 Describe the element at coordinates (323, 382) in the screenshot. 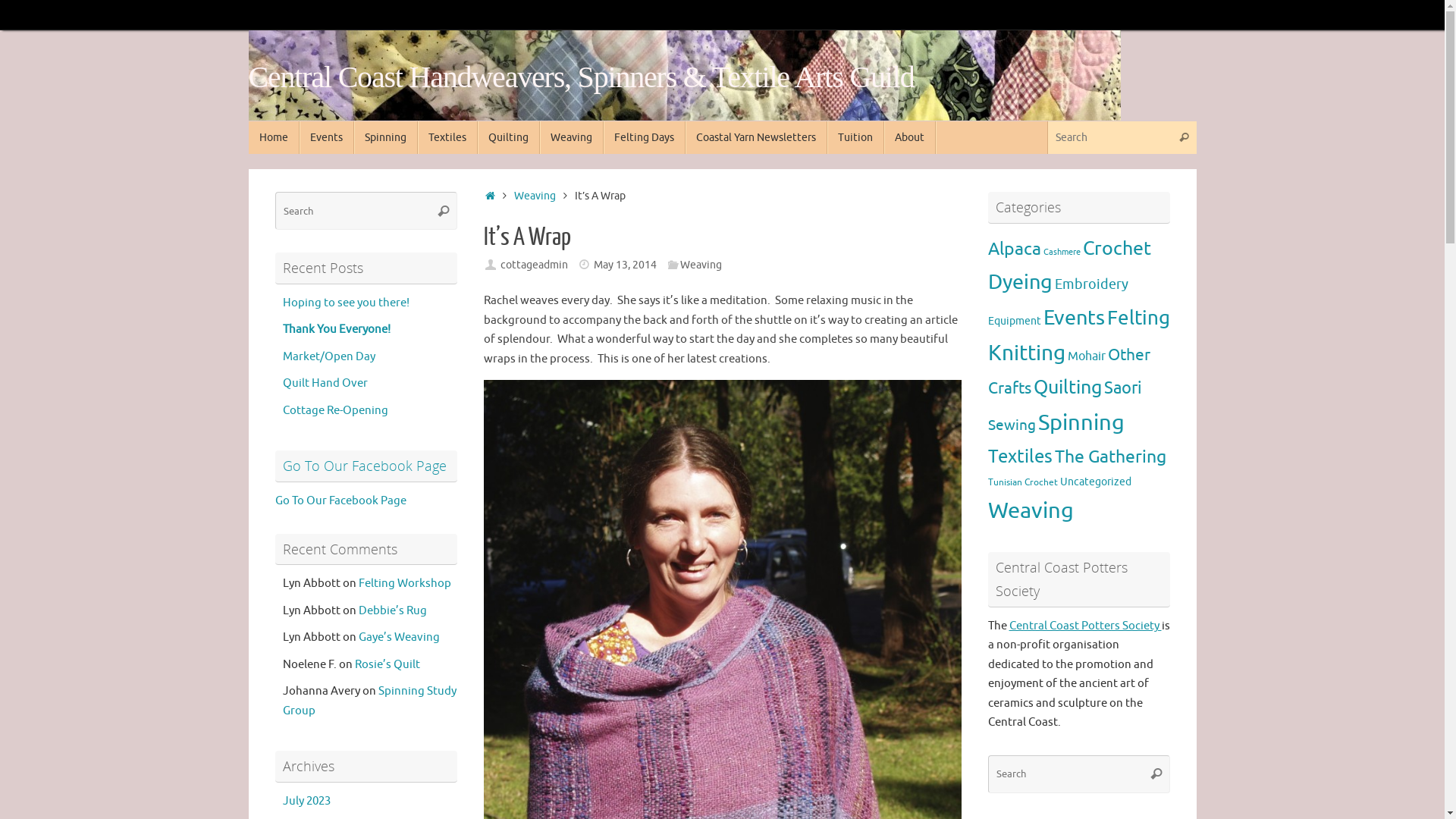

I see `'Quilt Hand Over'` at that location.